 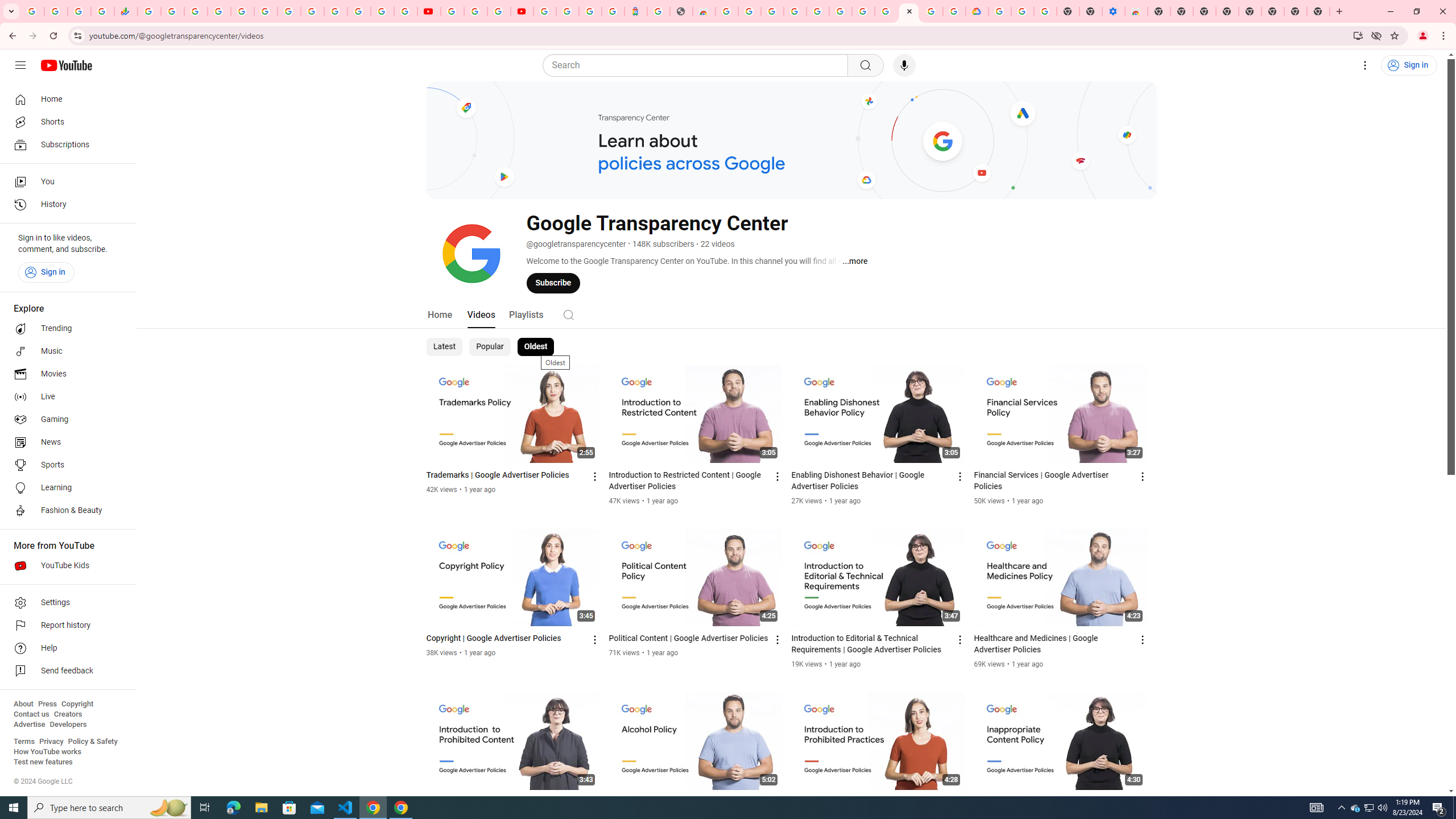 I want to click on 'Policy & Safety', so click(x=92, y=741).